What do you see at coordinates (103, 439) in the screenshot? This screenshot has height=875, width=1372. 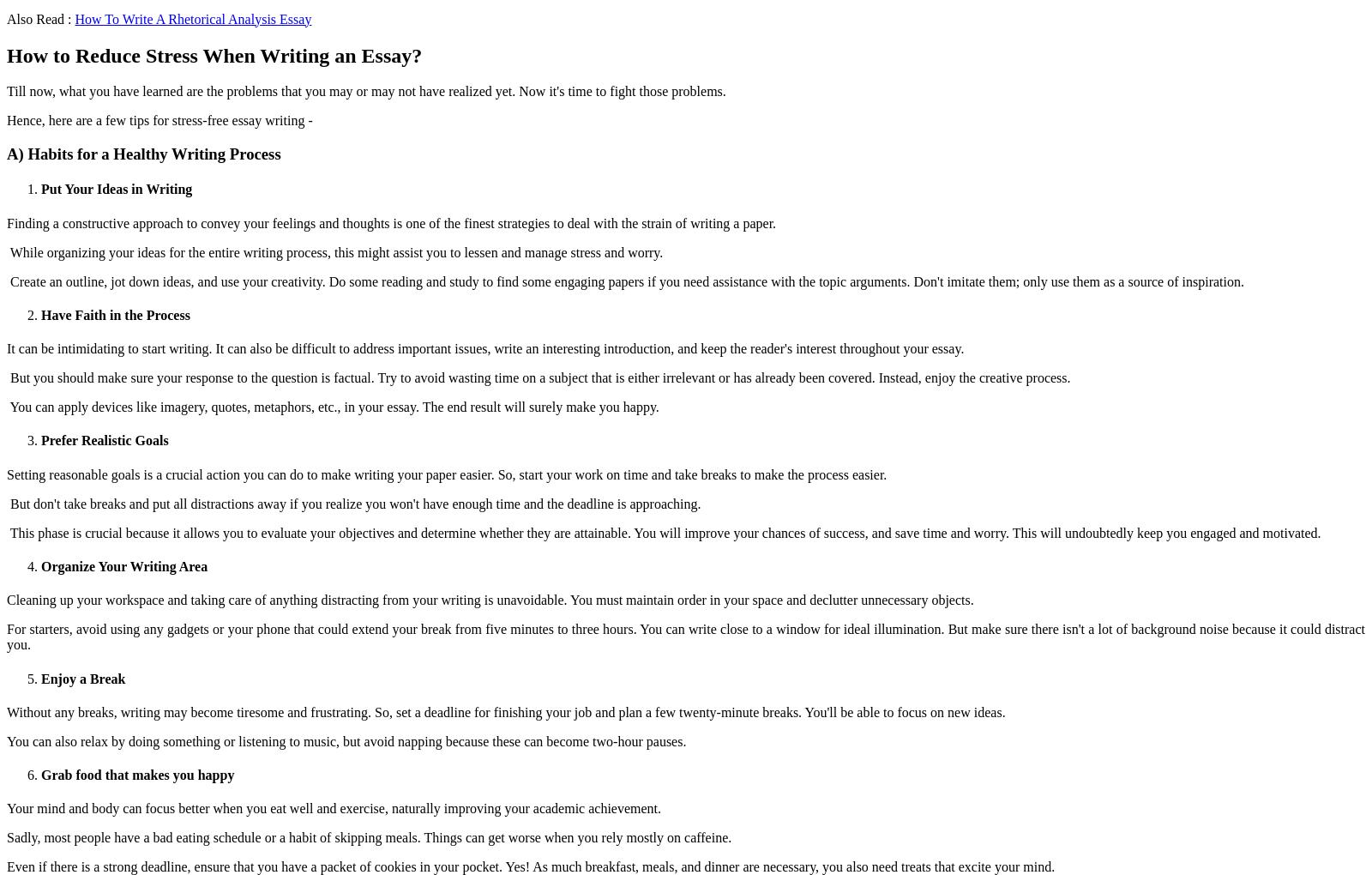 I see `'Prefer Realistic Goals'` at bounding box center [103, 439].